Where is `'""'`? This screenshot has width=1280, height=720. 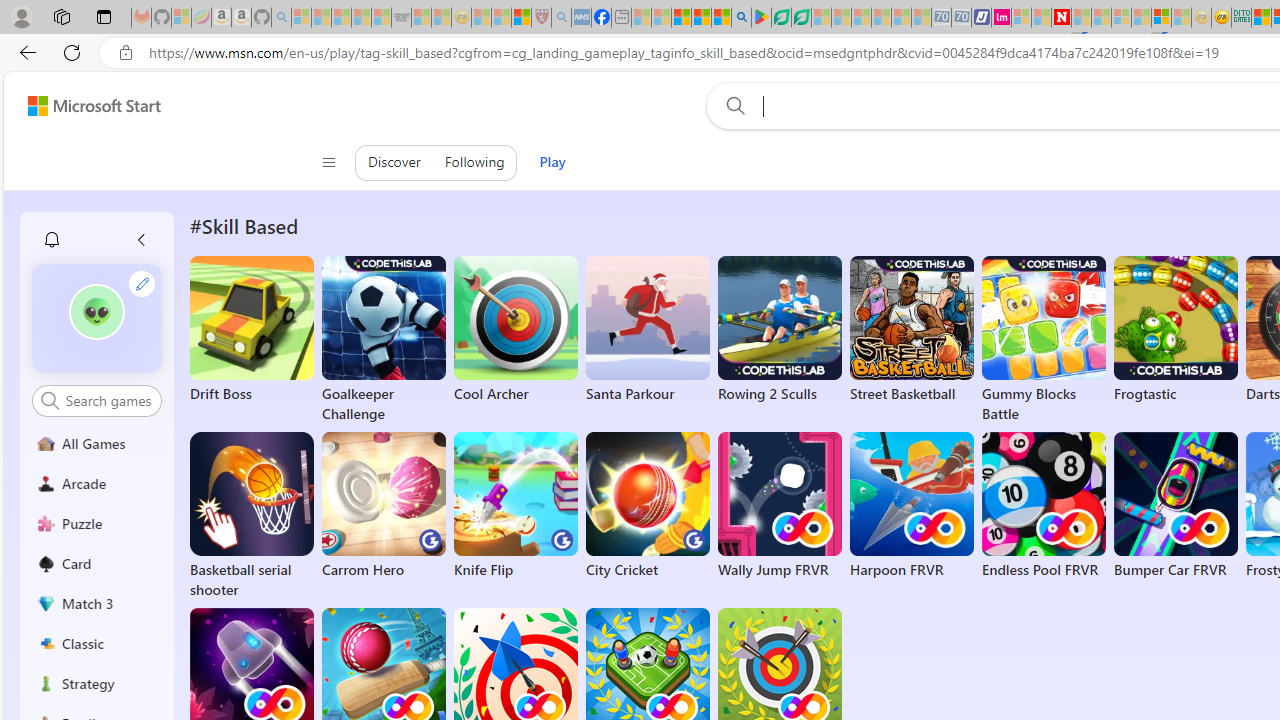
'""' is located at coordinates (95, 312).